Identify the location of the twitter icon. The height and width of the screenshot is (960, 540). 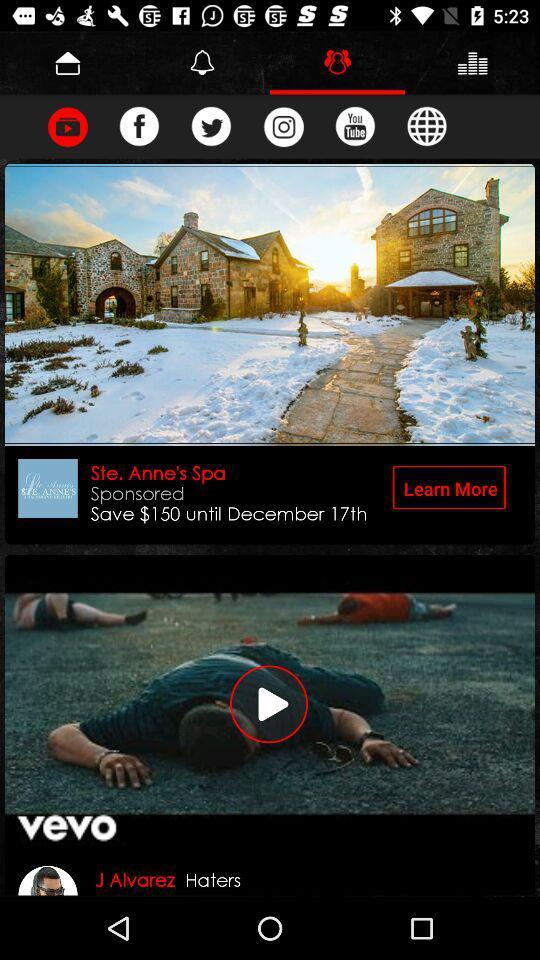
(210, 125).